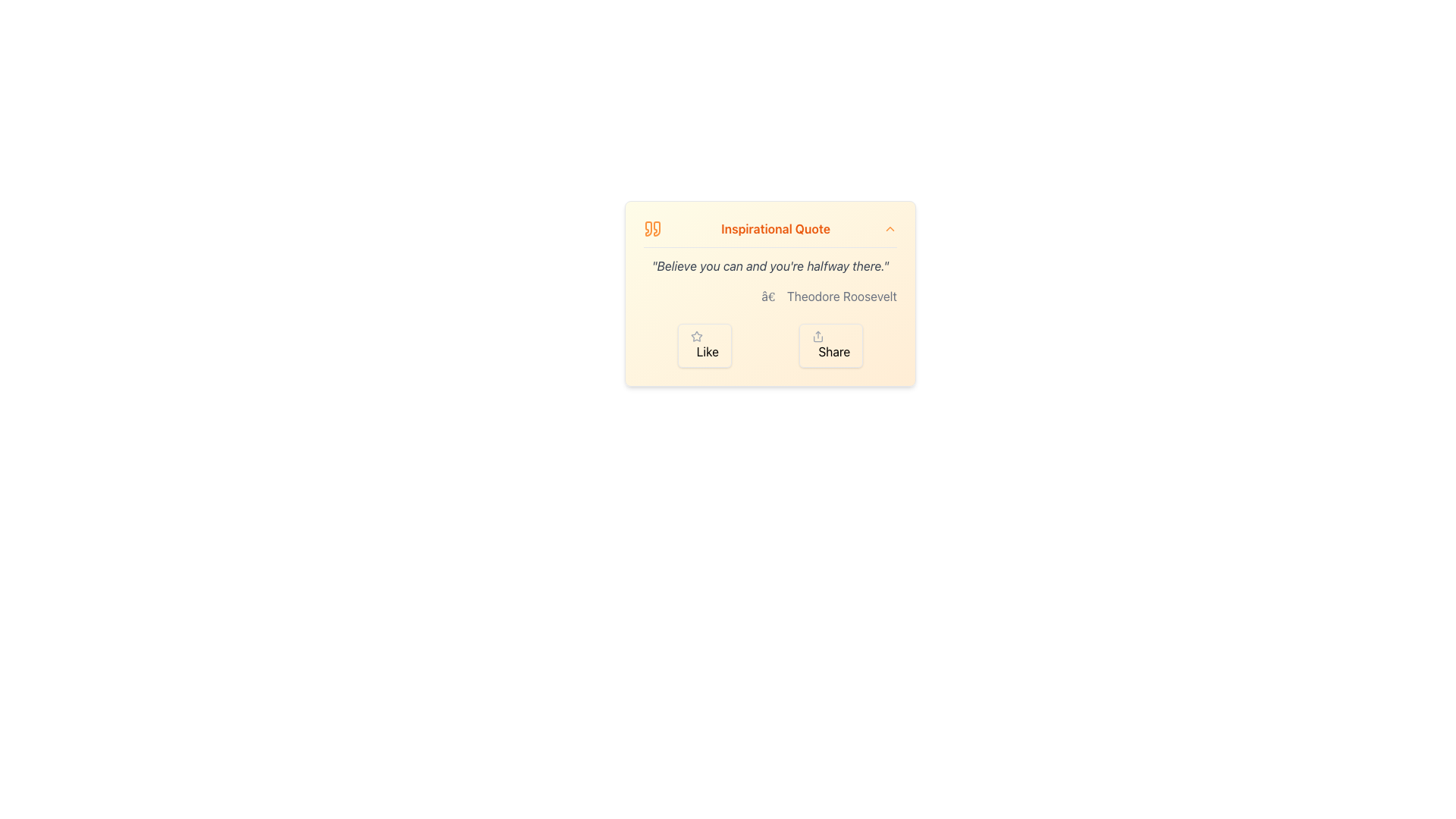 This screenshot has height=819, width=1456. Describe the element at coordinates (695, 335) in the screenshot. I see `the visual presentation of the star icon located to the left of the text 'Inspirational Quote' in the header section of the card displaying the quote` at that location.